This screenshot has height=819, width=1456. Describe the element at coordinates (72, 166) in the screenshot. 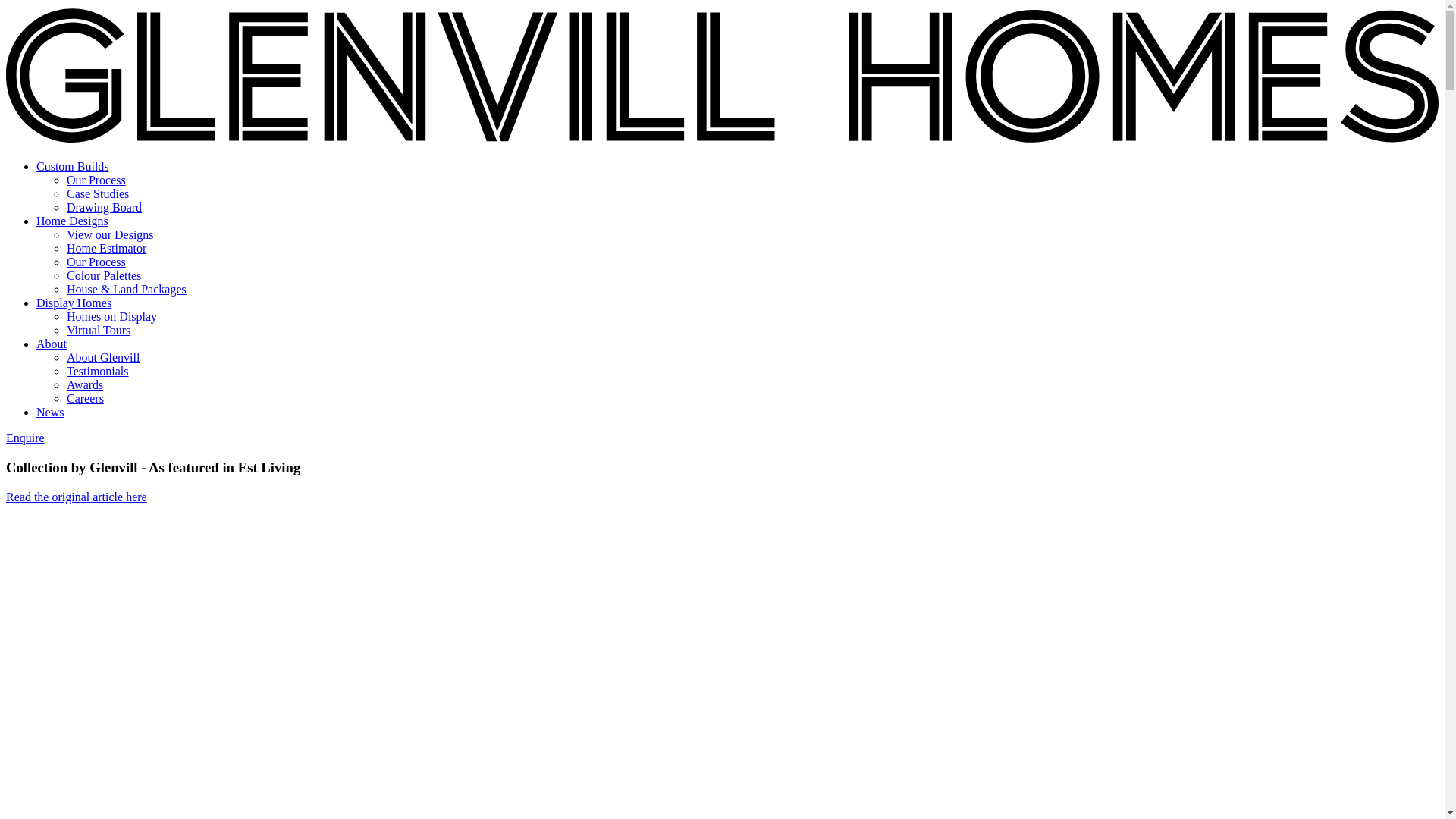

I see `'Custom Builds'` at that location.